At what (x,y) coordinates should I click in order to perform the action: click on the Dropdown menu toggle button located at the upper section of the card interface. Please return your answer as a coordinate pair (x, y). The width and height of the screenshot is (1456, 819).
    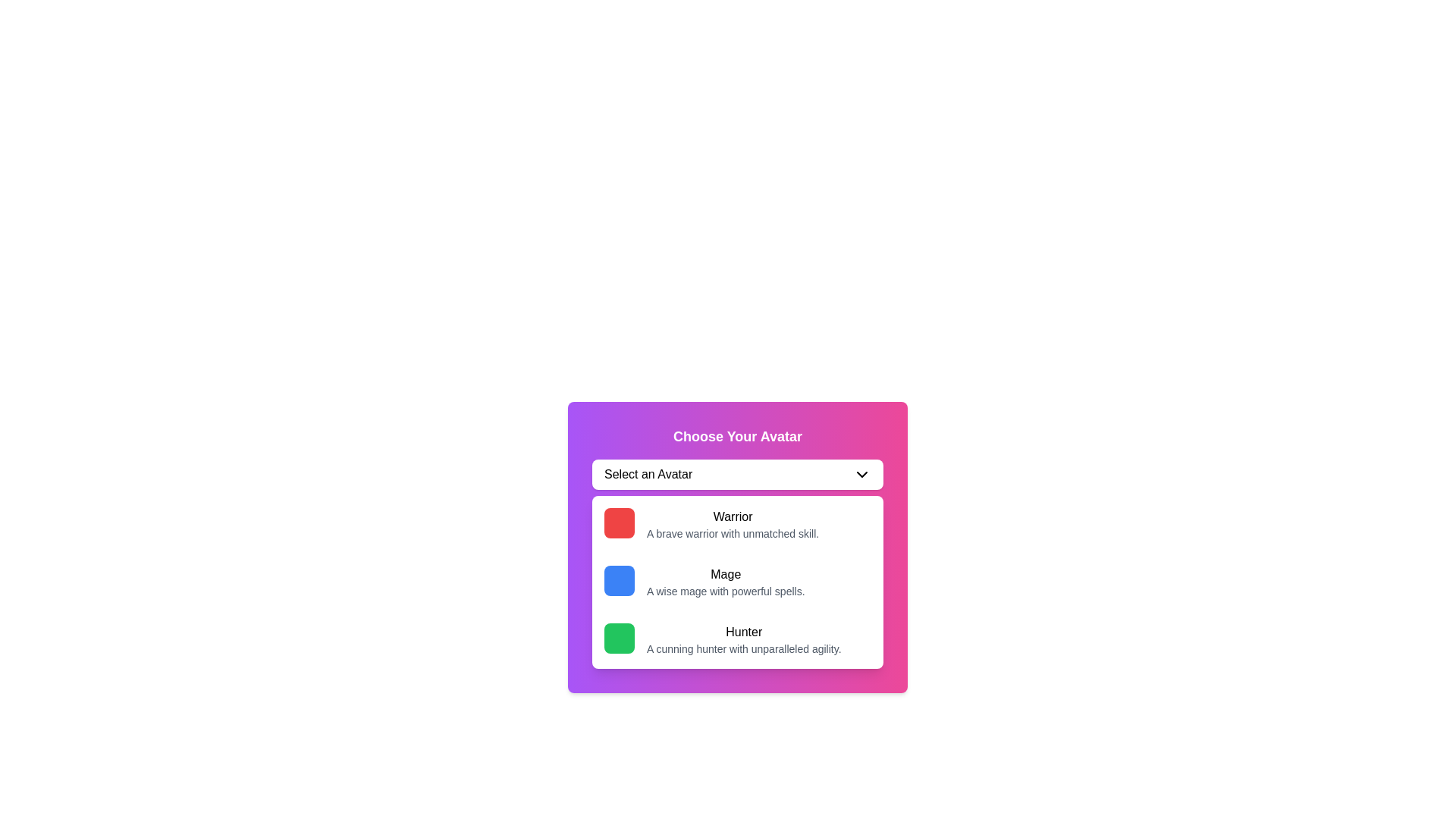
    Looking at the image, I should click on (738, 473).